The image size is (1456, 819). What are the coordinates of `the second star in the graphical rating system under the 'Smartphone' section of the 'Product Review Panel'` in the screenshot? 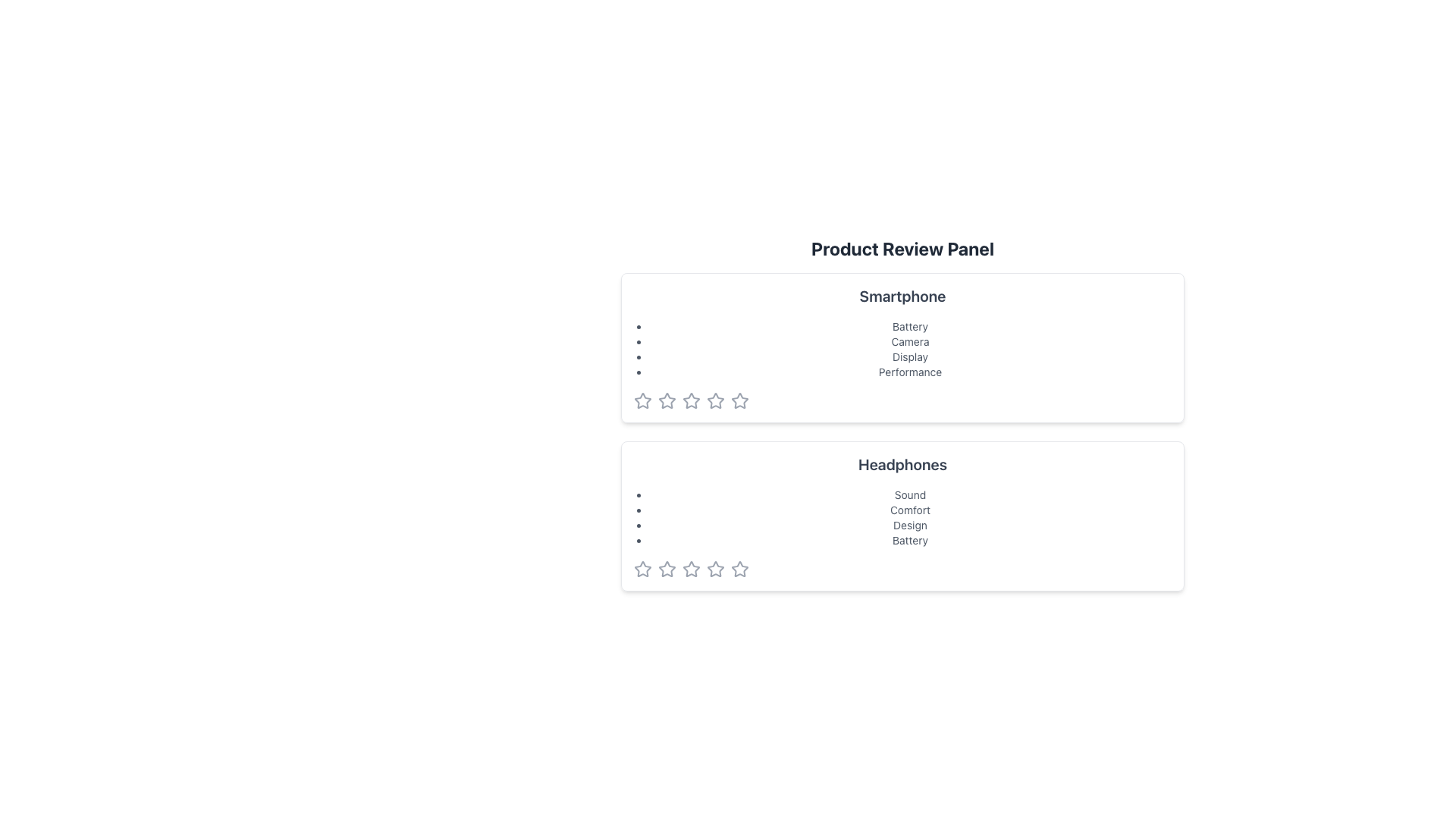 It's located at (667, 400).